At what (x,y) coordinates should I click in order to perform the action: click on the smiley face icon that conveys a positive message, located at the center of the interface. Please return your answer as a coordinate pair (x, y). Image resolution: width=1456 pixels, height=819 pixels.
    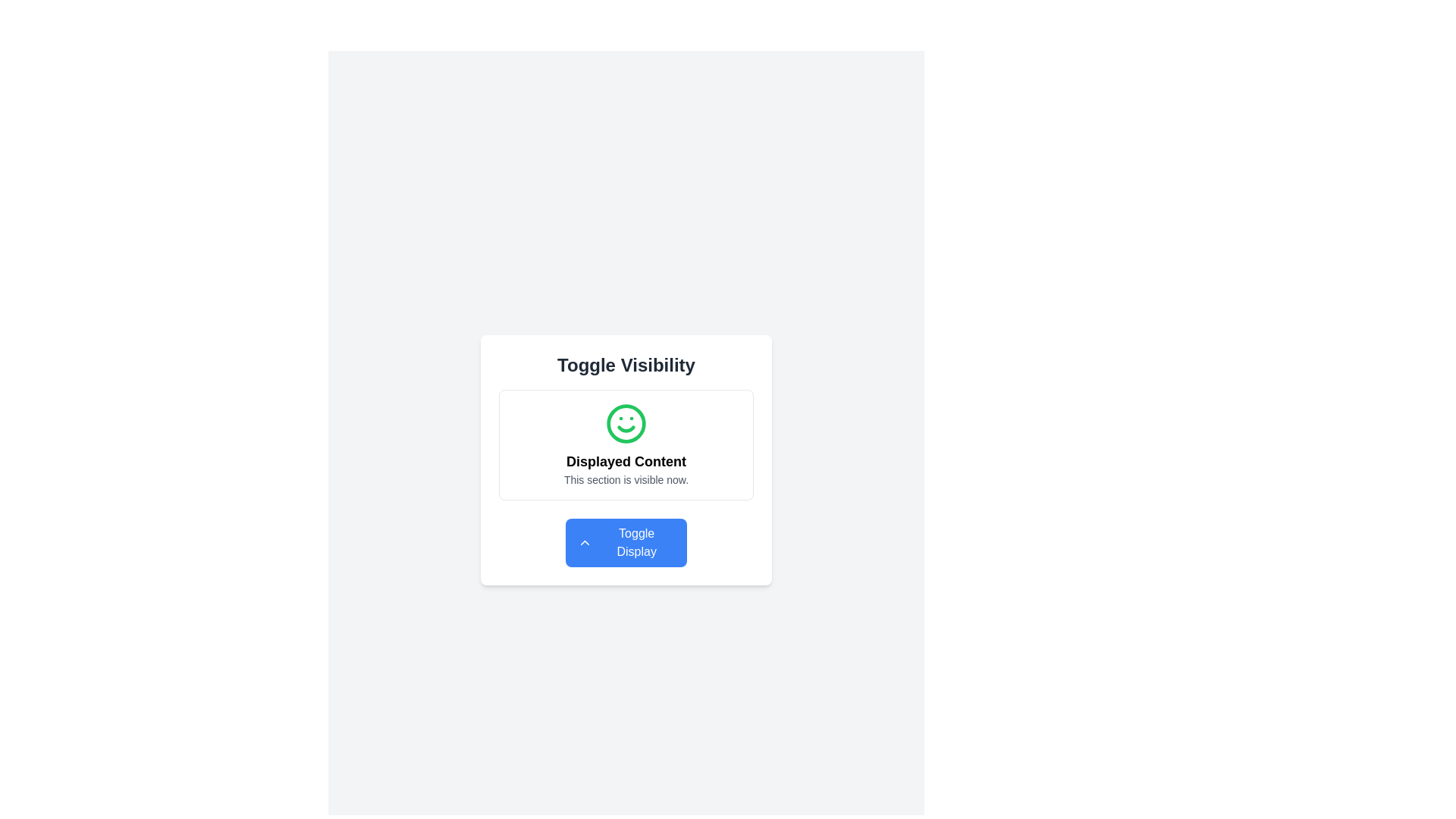
    Looking at the image, I should click on (626, 424).